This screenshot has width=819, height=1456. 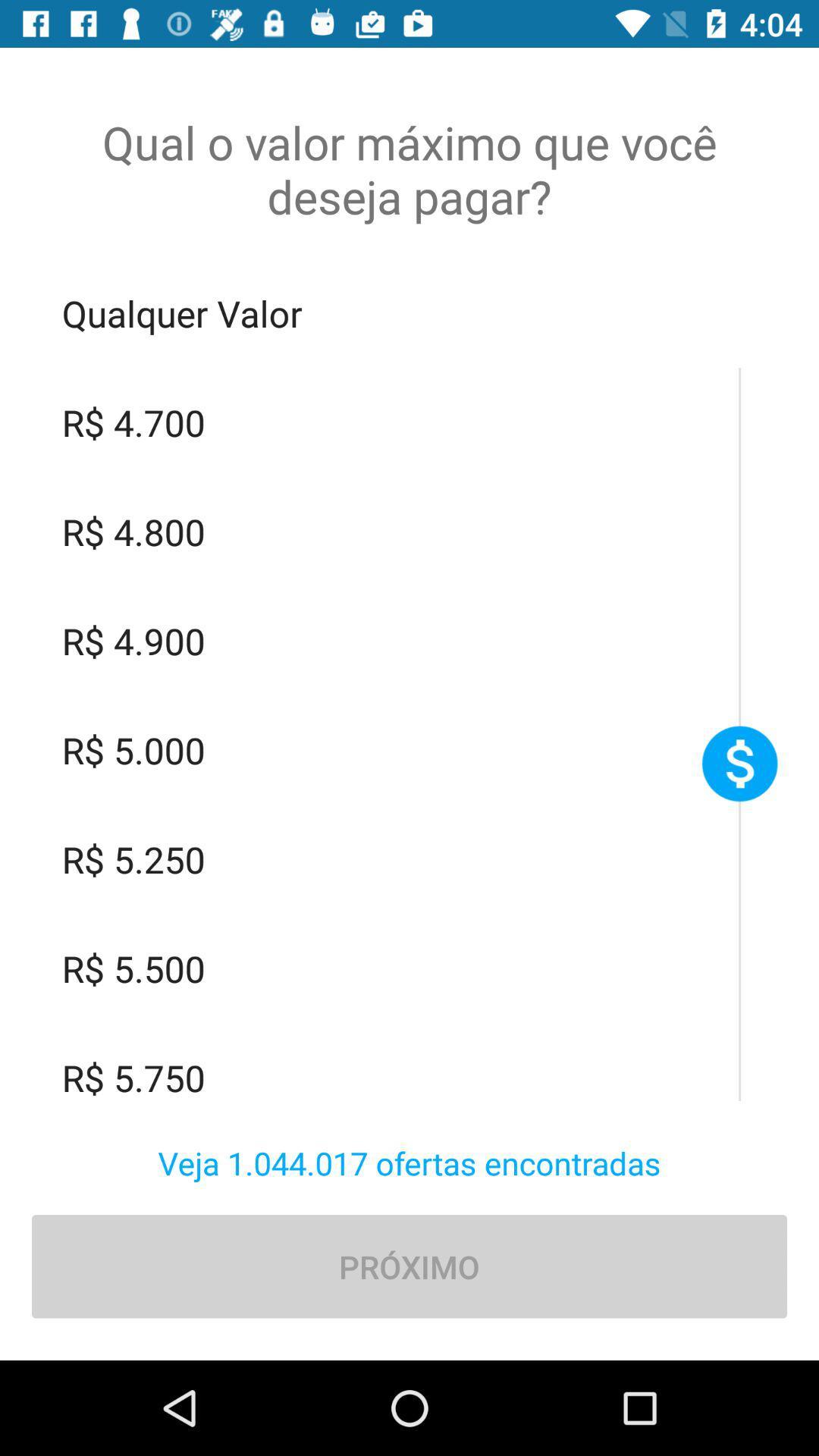 What do you see at coordinates (409, 312) in the screenshot?
I see `the item below qual o valor` at bounding box center [409, 312].